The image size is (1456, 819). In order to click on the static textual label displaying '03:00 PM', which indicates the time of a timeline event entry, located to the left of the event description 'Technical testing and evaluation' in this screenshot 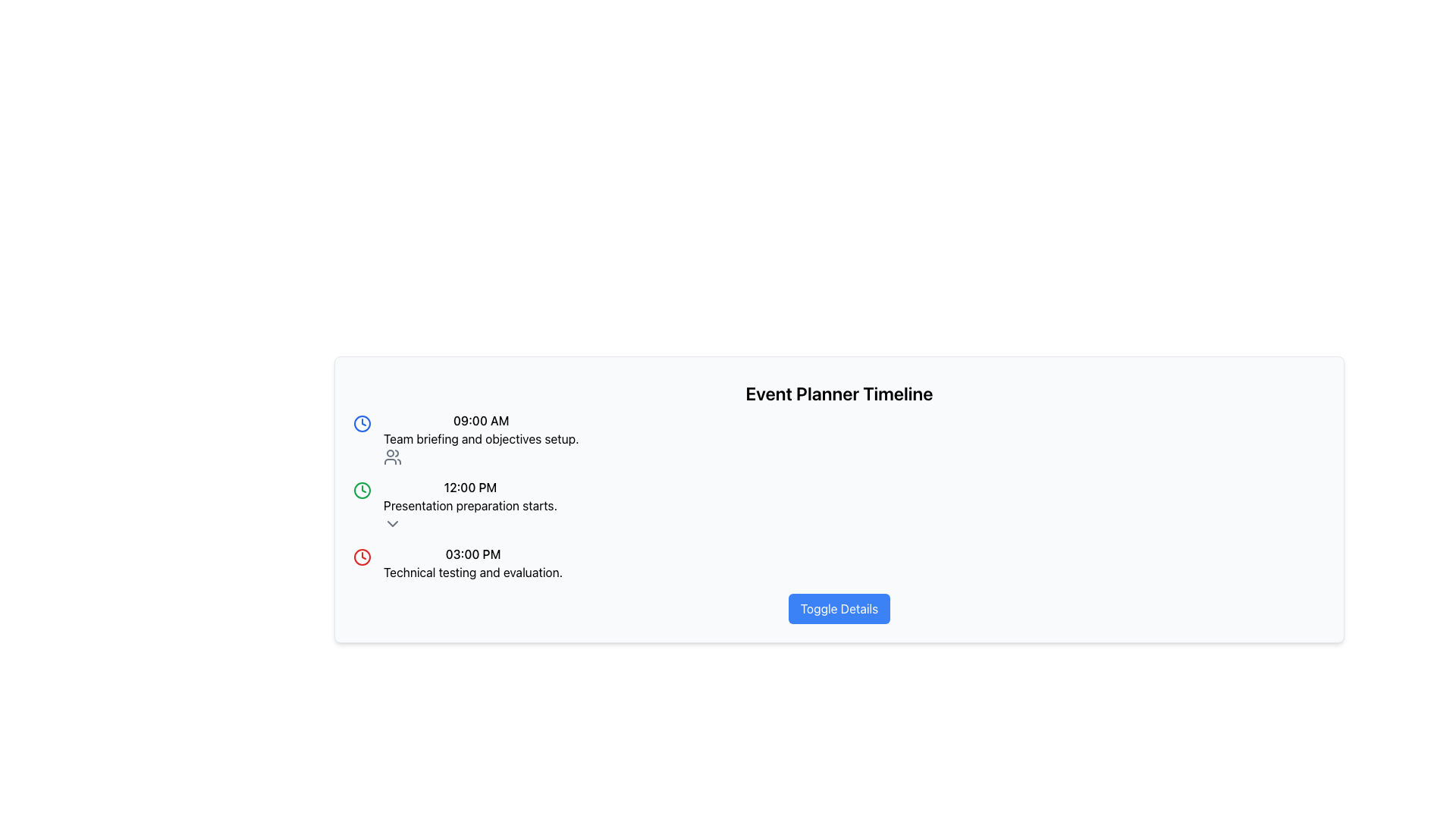, I will do `click(472, 554)`.